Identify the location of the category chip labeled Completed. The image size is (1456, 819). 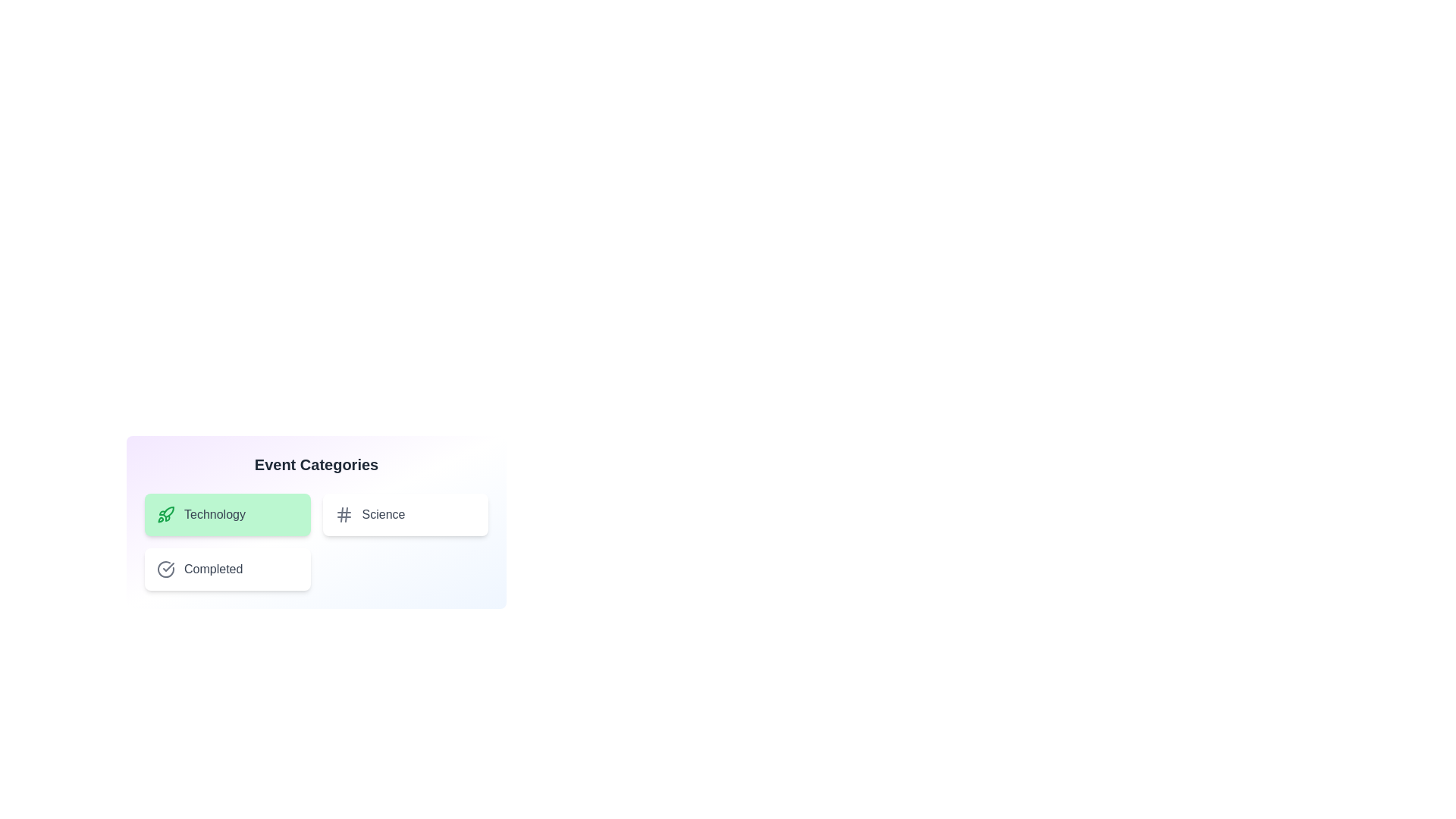
(227, 570).